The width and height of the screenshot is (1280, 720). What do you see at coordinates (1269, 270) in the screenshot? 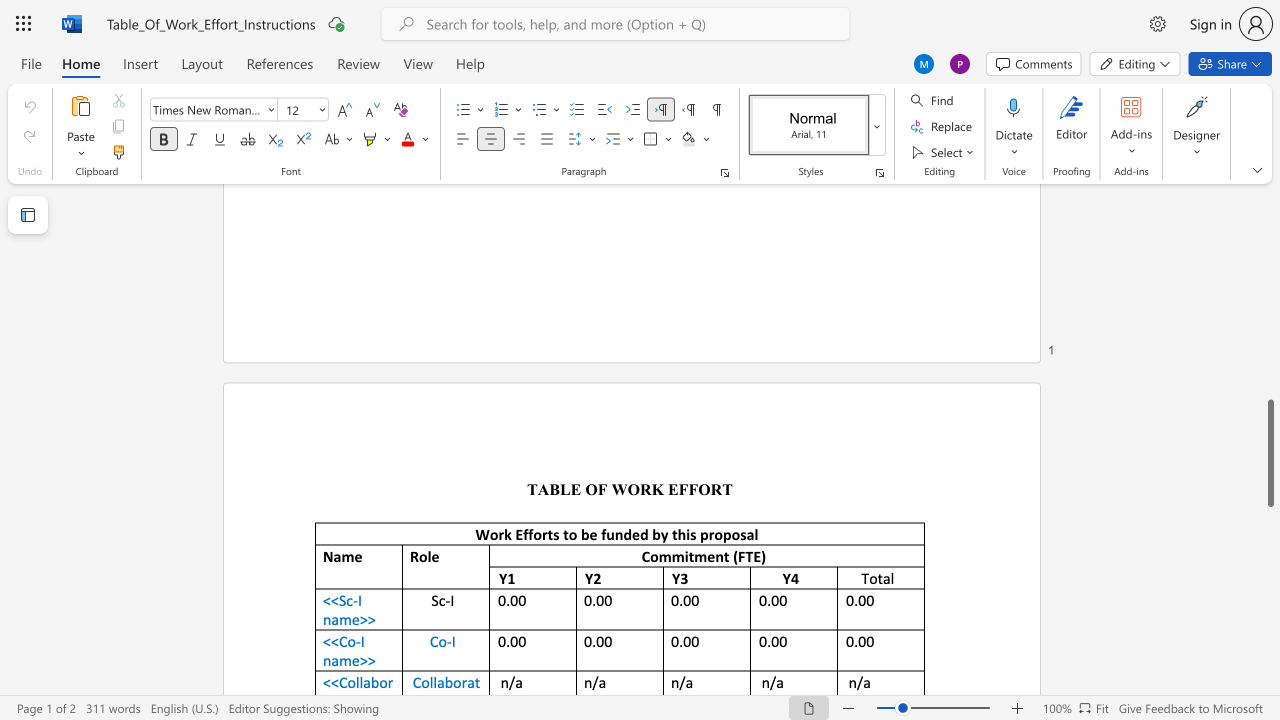
I see `the scrollbar on the right to shift the page higher` at bounding box center [1269, 270].